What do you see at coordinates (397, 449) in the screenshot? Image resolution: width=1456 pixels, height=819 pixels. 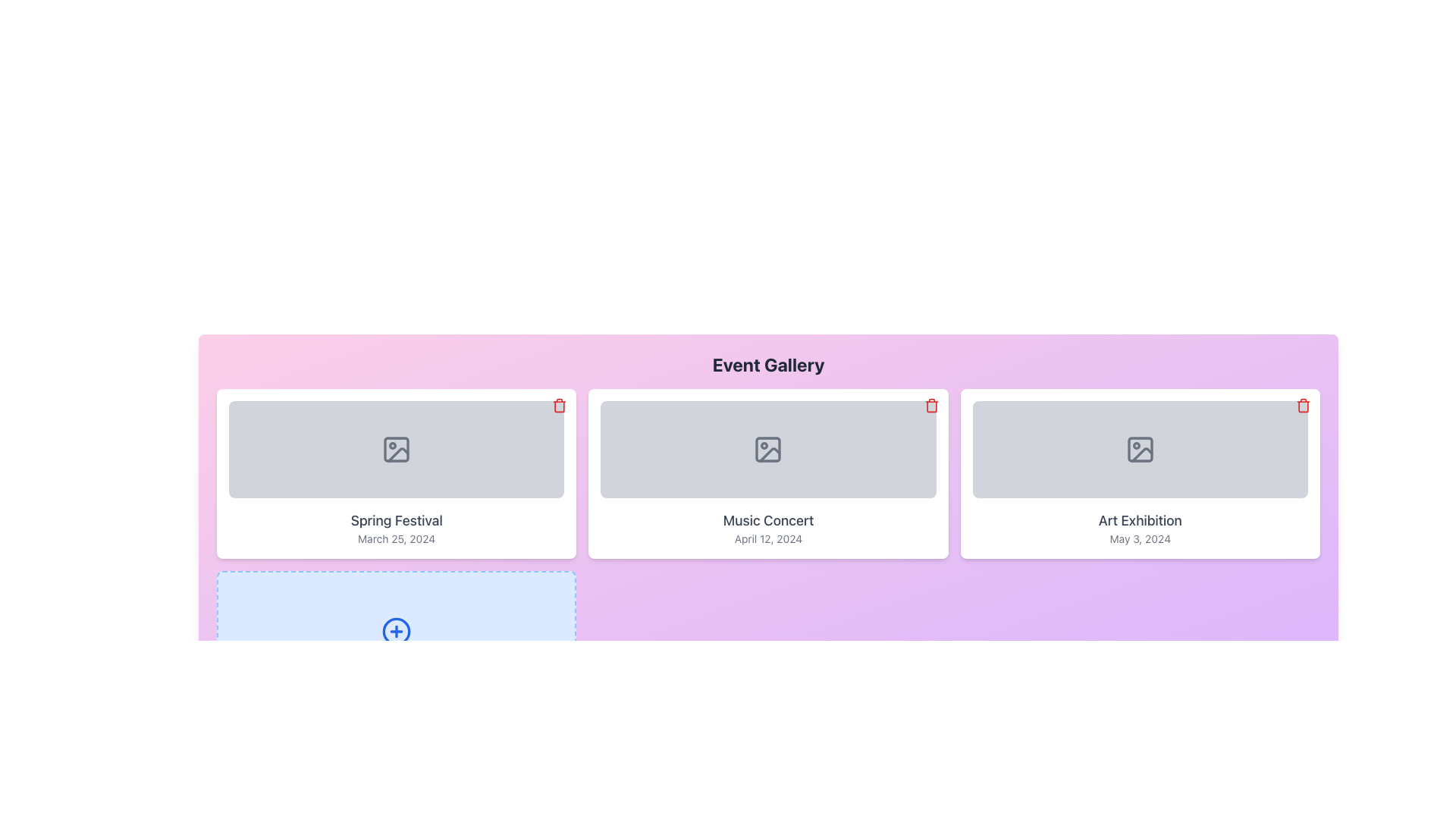 I see `the decorative rectangle within the image placeholder icon, which is positioned centrally in the left event card labeled 'Spring Festival' in the 'Event Gallery' section` at bounding box center [397, 449].